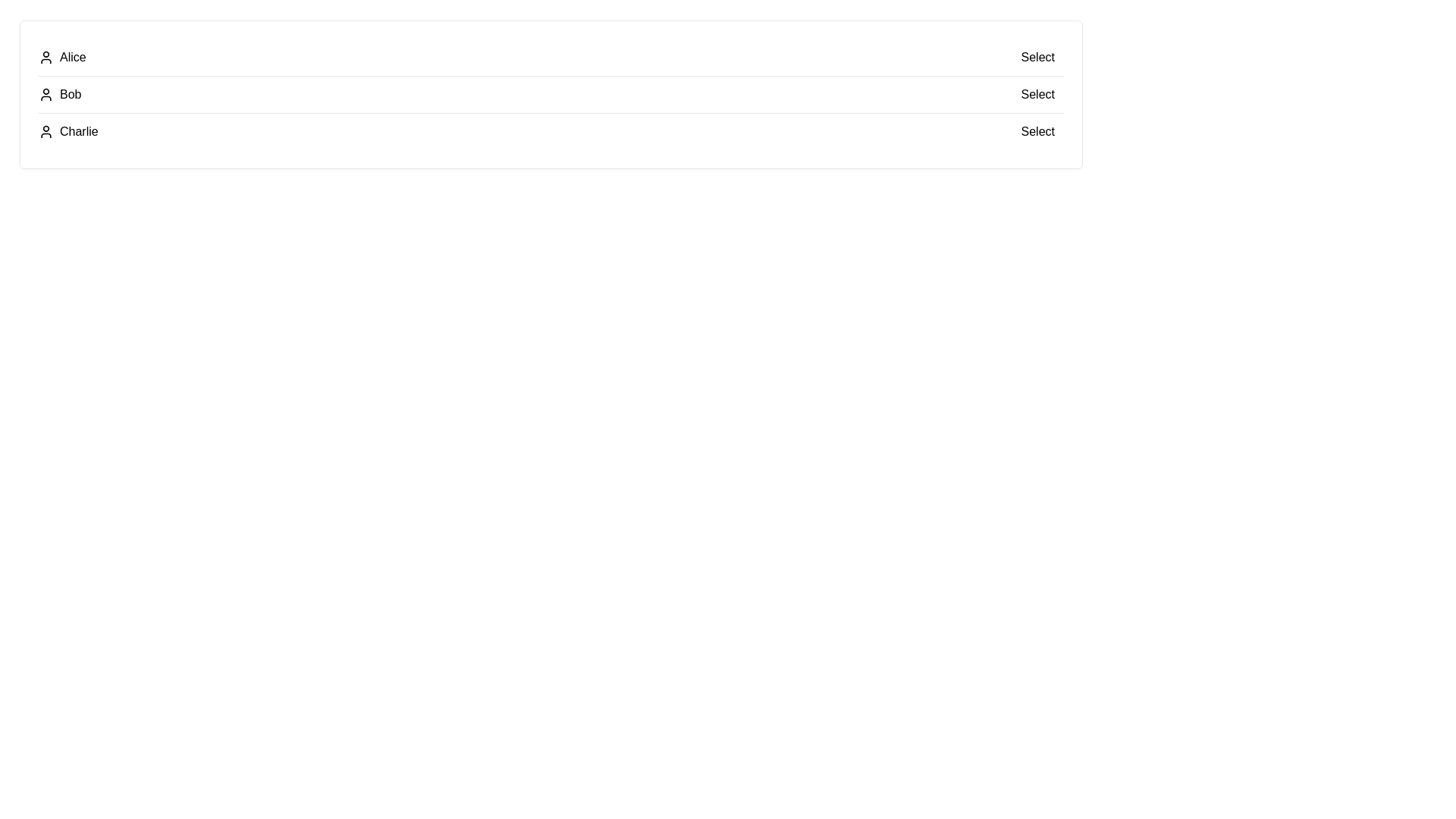  What do you see at coordinates (46, 94) in the screenshot?
I see `the user icon corresponding to Bob` at bounding box center [46, 94].